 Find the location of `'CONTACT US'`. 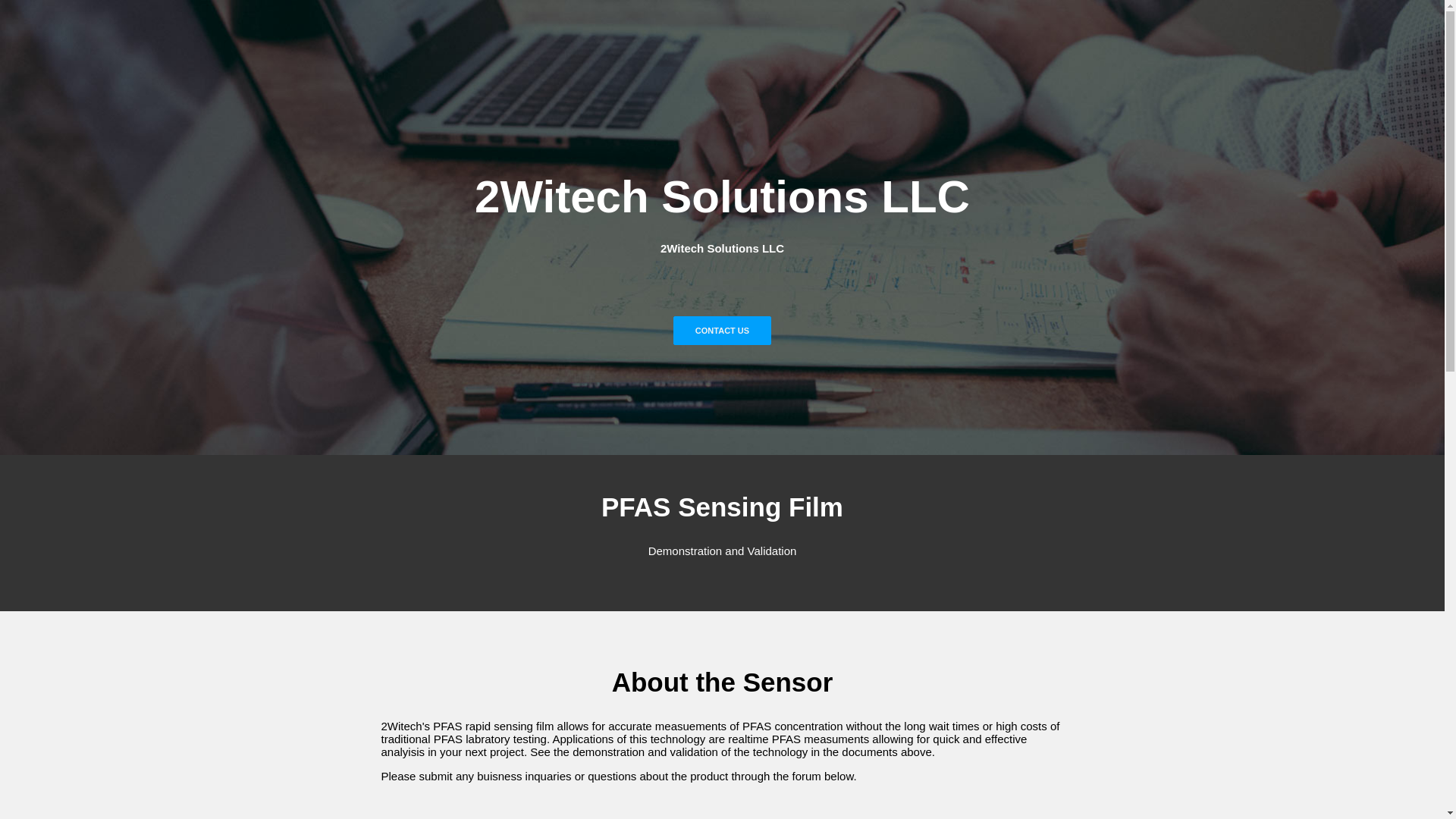

'CONTACT US' is located at coordinates (721, 329).